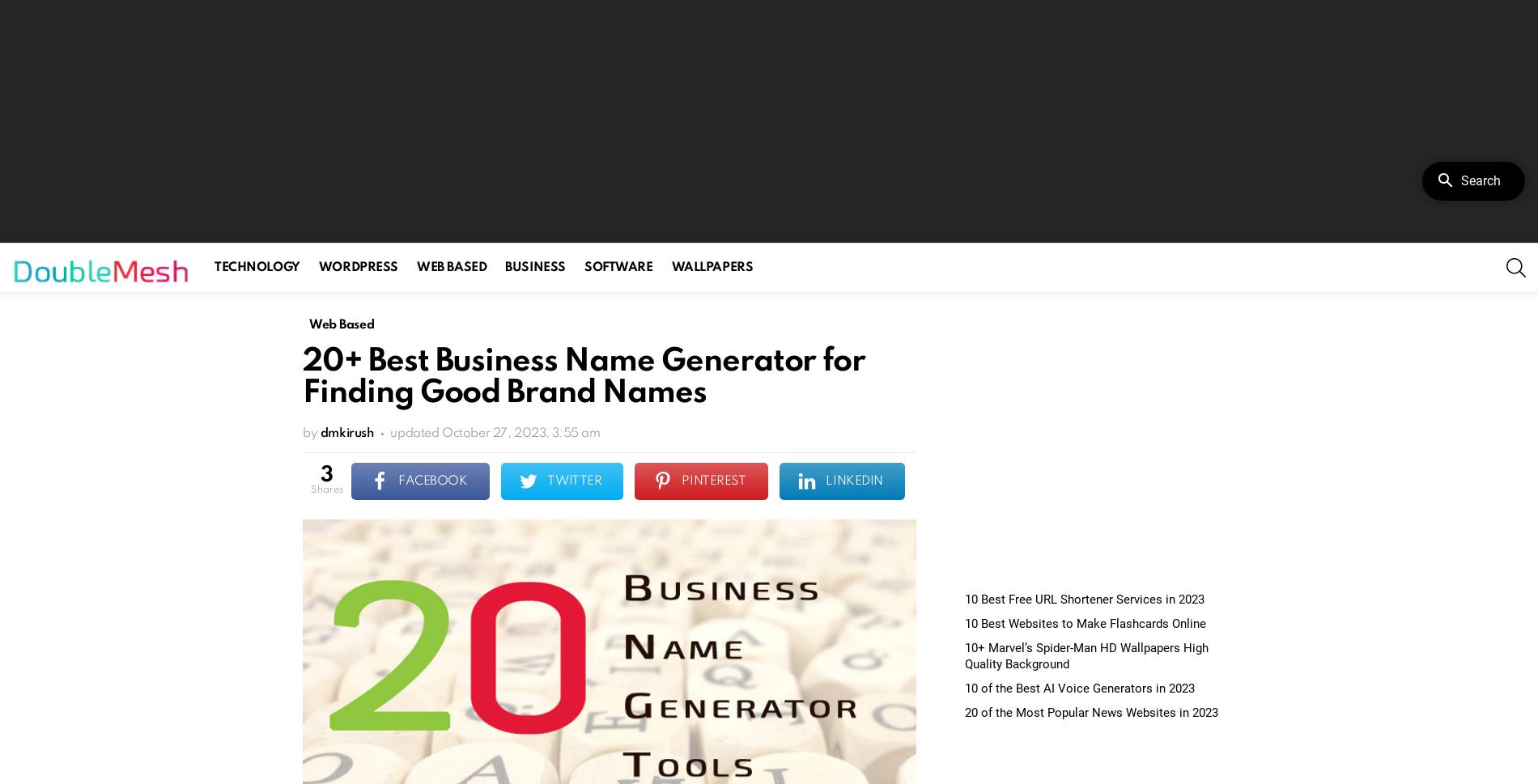 The width and height of the screenshot is (1538, 784). Describe the element at coordinates (854, 479) in the screenshot. I see `'LinkedIn'` at that location.